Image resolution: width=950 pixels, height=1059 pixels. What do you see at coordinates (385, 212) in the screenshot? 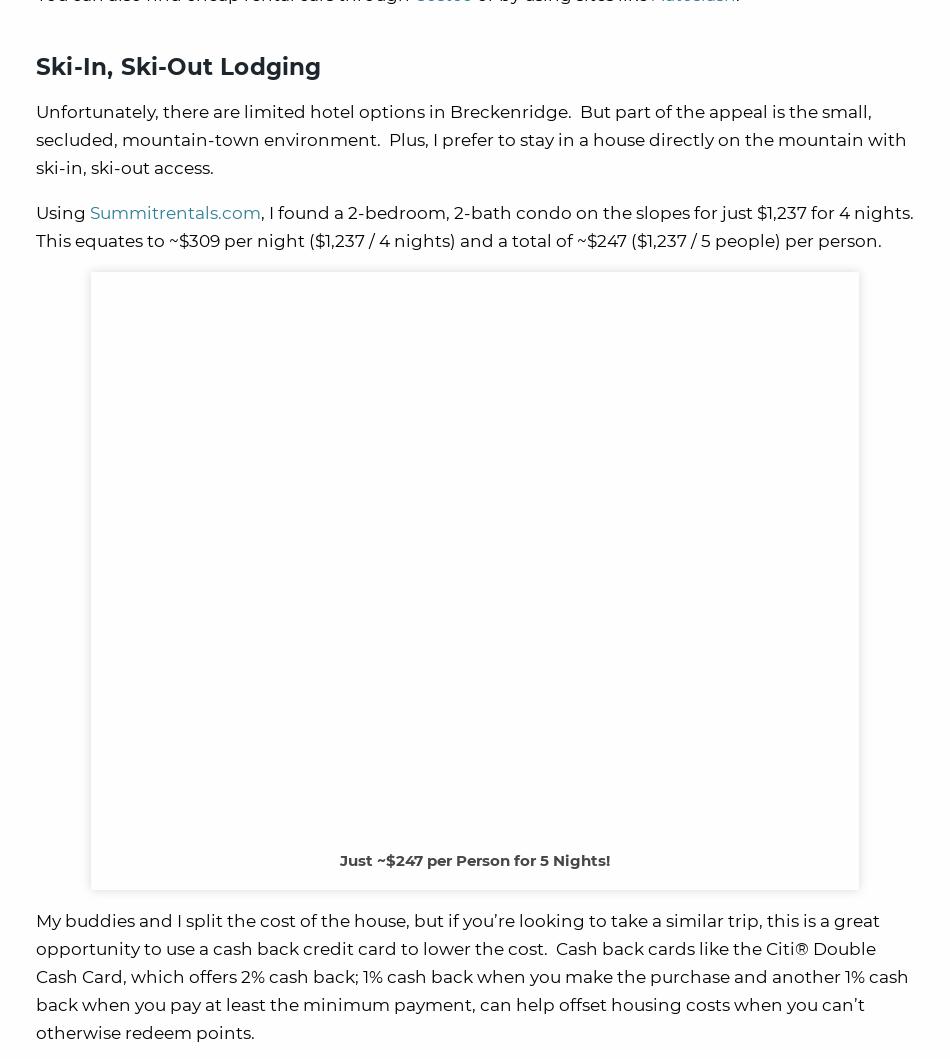
I see `', I found a 2-bedroom, 2-bath'` at bounding box center [385, 212].